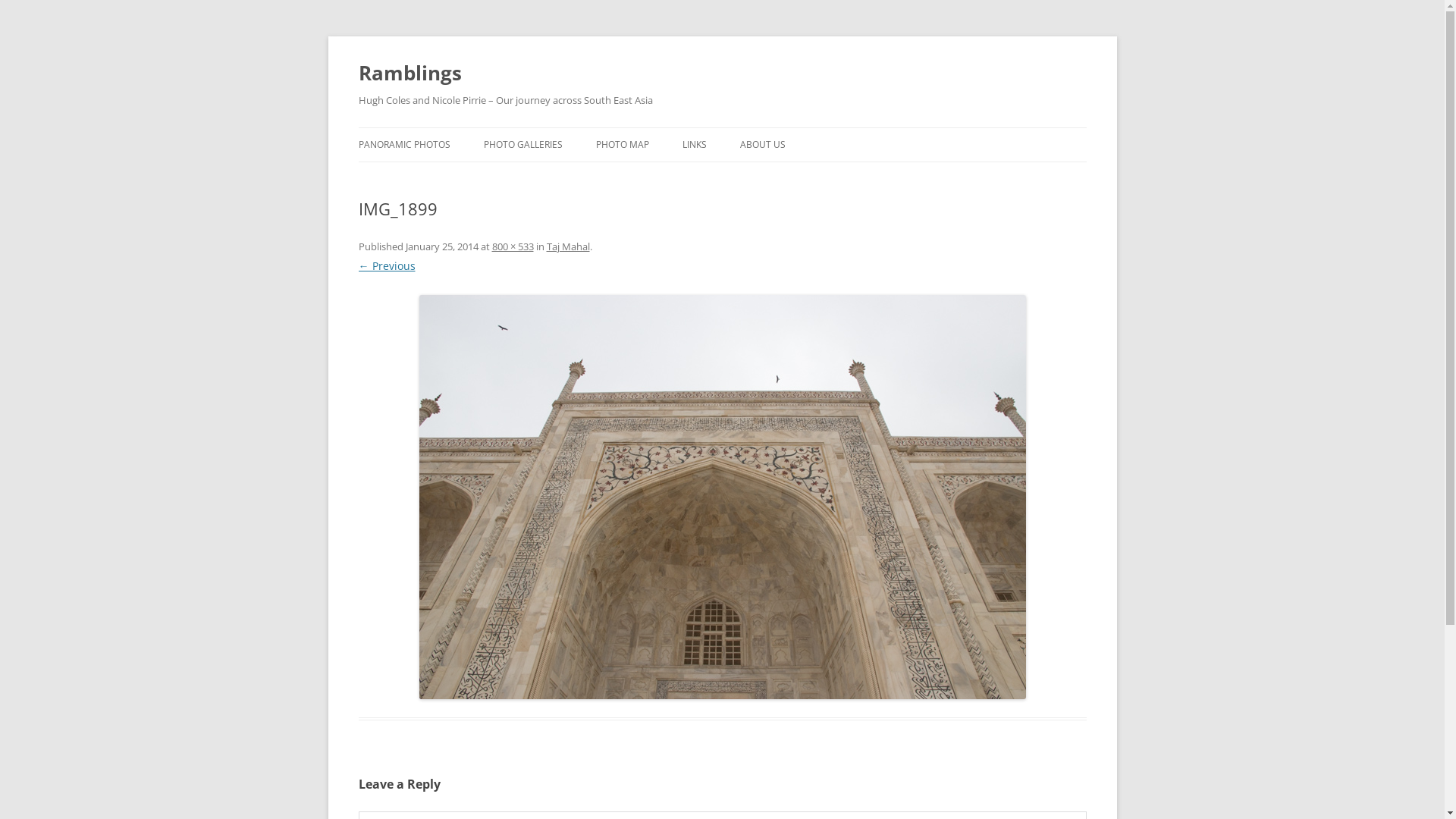 This screenshot has height=819, width=1456. I want to click on 'IMG_1899', so click(720, 497).